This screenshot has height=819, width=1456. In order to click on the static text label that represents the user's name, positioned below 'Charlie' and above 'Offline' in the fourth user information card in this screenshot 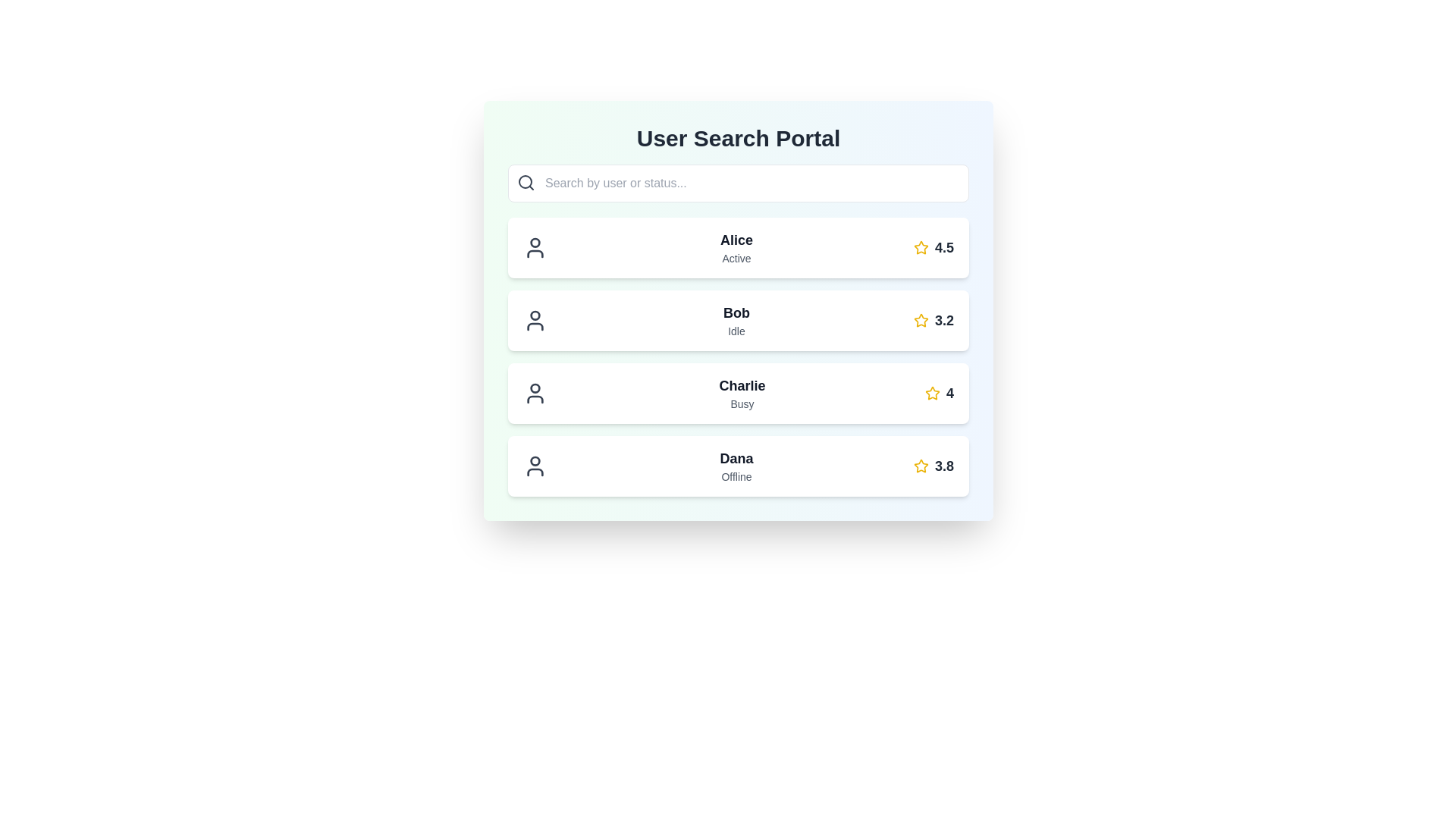, I will do `click(736, 458)`.